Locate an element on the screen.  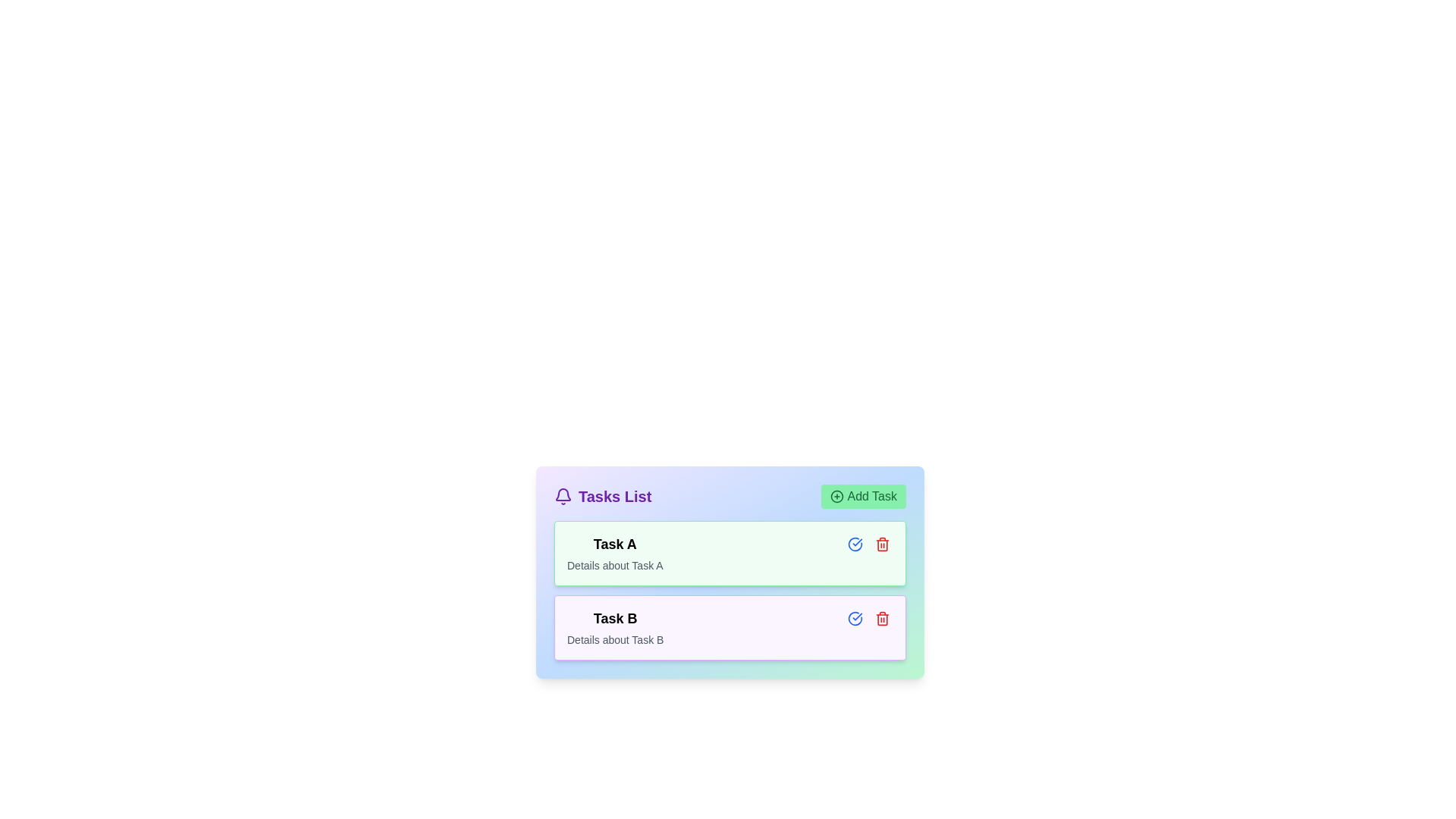
the second task card in the 'Tasks List', which displays the task's title and description, located below 'Task A' is located at coordinates (730, 632).